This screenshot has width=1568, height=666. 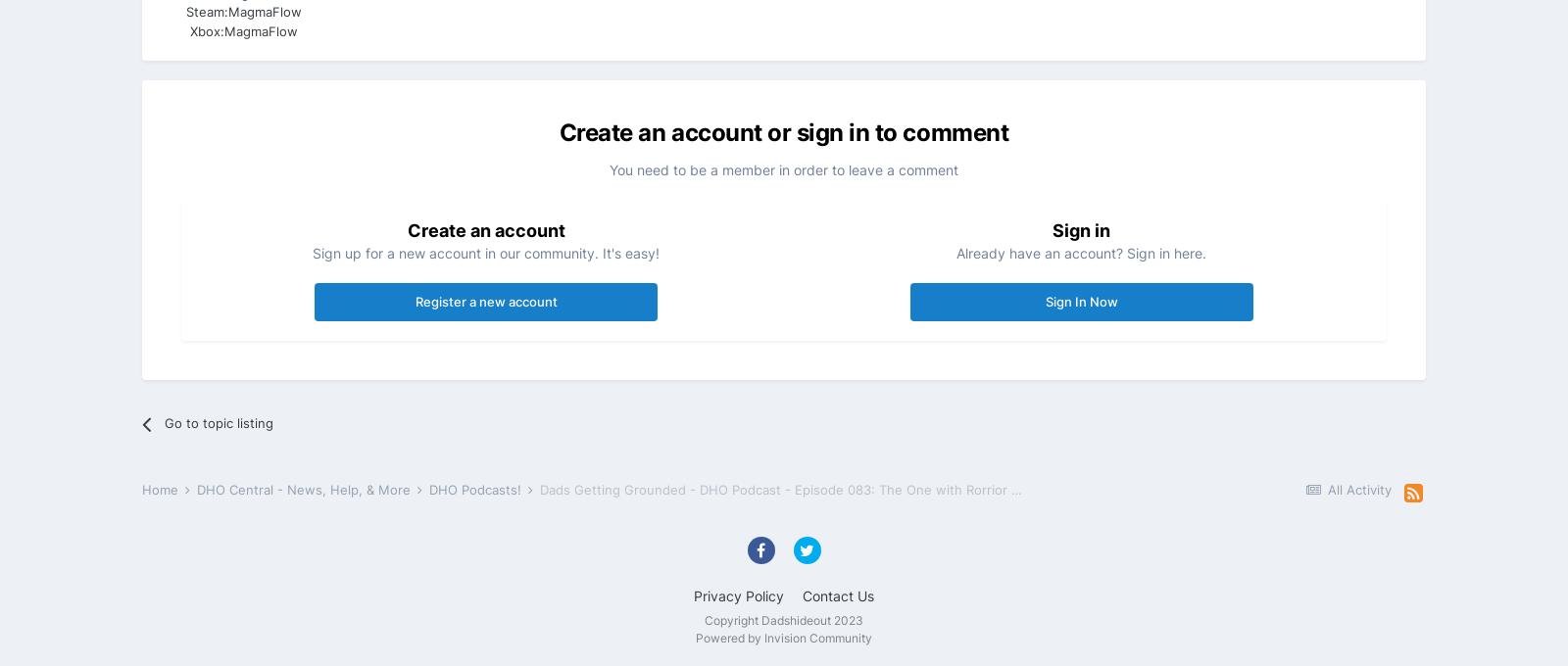 I want to click on 'Create an account or sign in to comment', so click(x=558, y=132).